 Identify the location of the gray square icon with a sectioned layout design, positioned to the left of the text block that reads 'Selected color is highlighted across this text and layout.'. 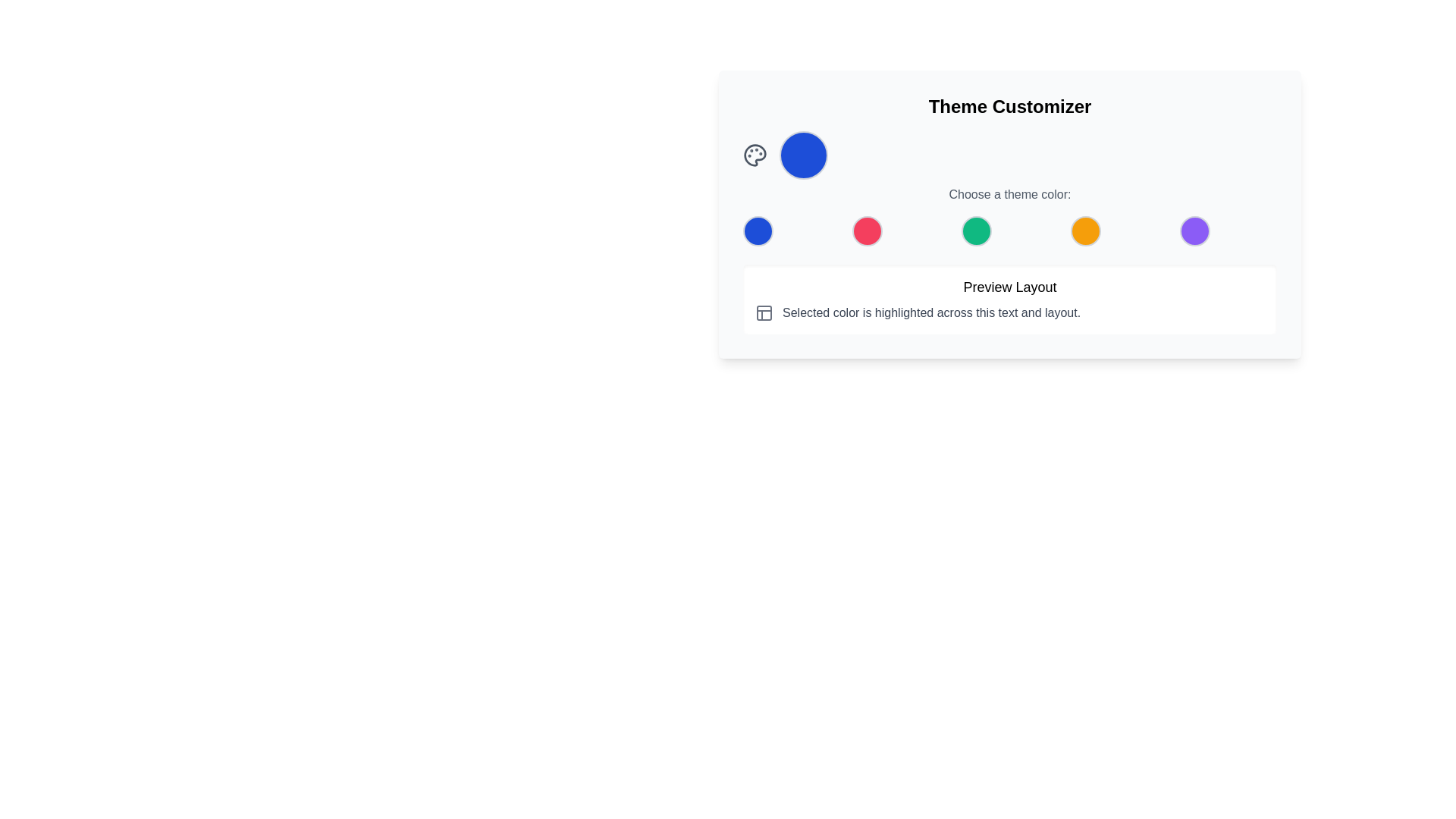
(764, 312).